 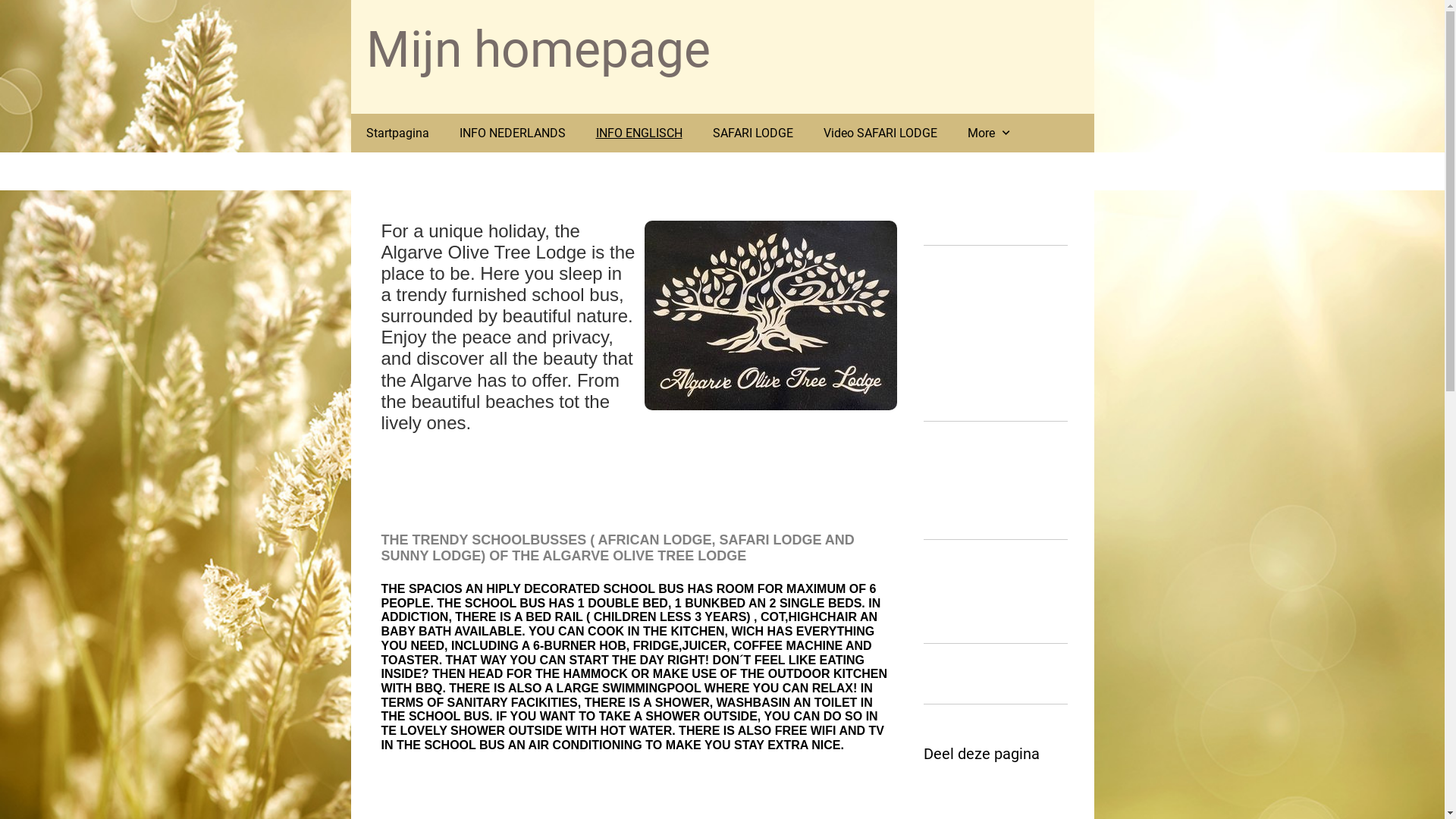 What do you see at coordinates (538, 49) in the screenshot?
I see `'Mijn homepage'` at bounding box center [538, 49].